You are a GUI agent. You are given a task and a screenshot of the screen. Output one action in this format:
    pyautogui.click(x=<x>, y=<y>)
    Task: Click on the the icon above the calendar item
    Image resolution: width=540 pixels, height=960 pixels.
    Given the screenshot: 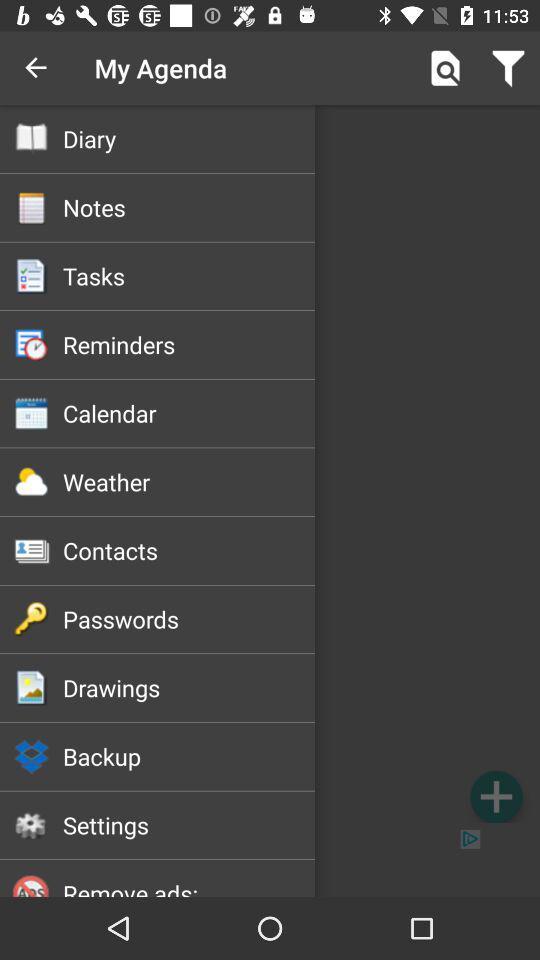 What is the action you would take?
    pyautogui.click(x=189, y=344)
    